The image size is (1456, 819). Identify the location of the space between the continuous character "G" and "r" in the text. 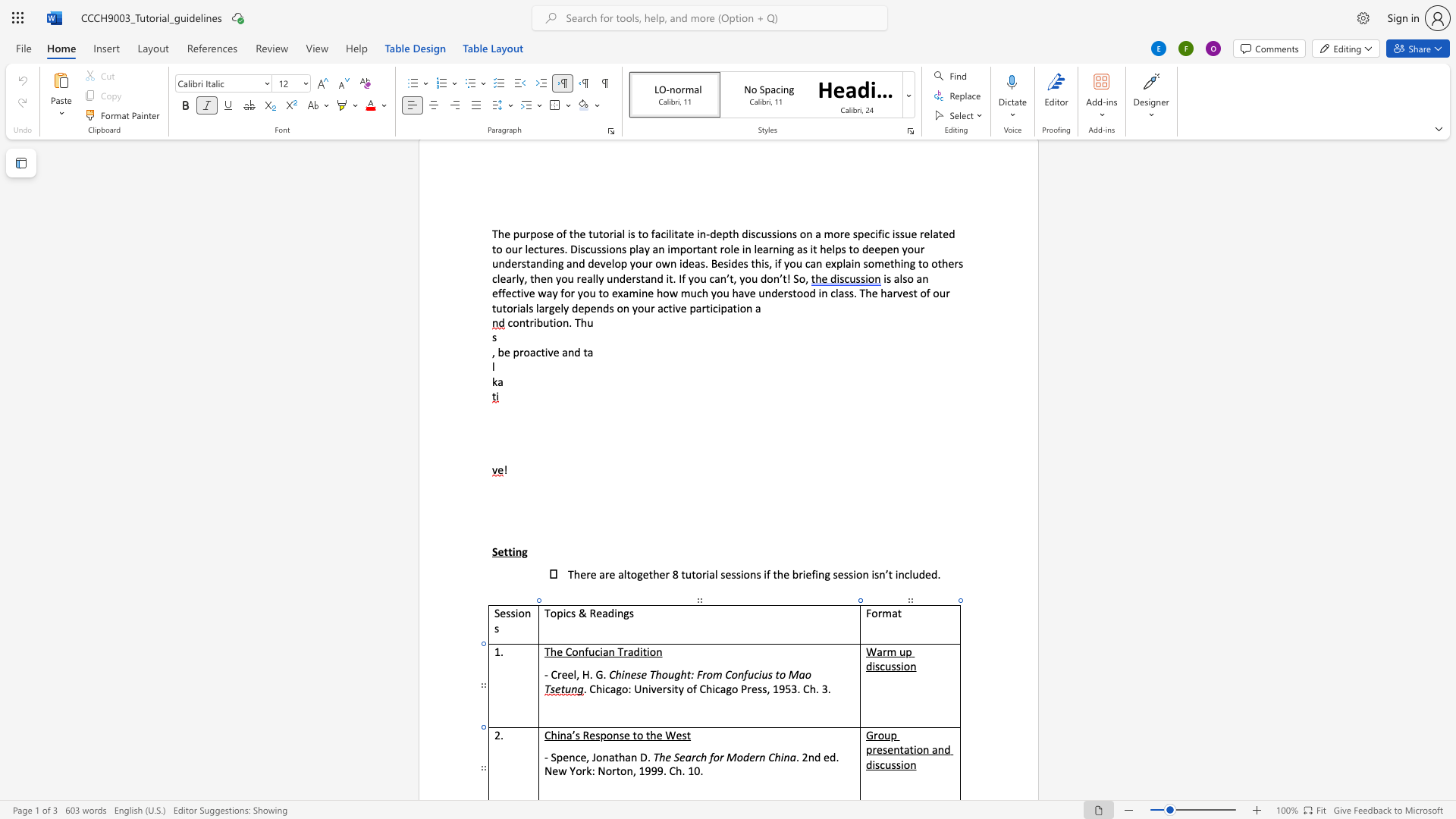
(873, 734).